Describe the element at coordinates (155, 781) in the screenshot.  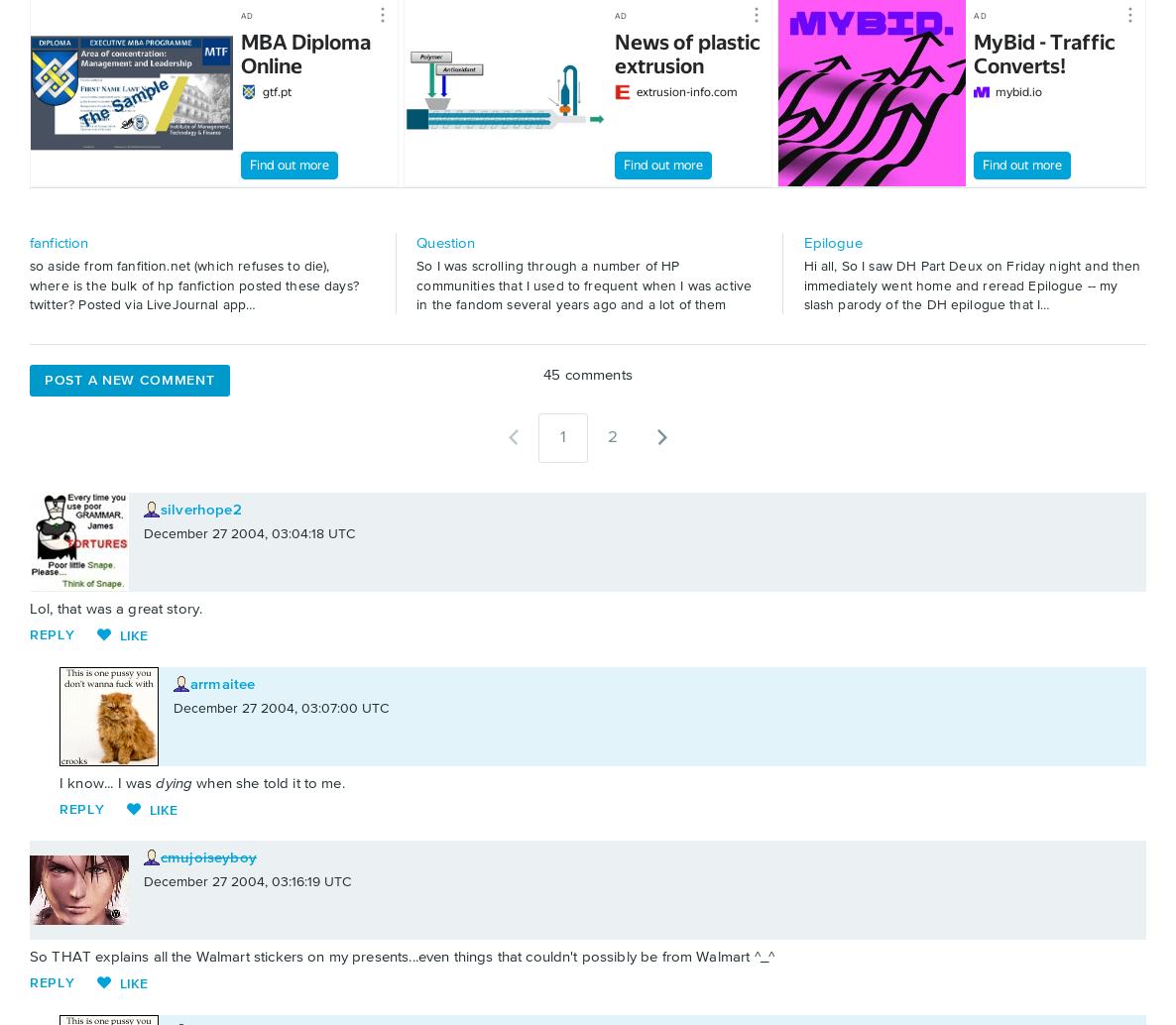
I see `'dying'` at that location.